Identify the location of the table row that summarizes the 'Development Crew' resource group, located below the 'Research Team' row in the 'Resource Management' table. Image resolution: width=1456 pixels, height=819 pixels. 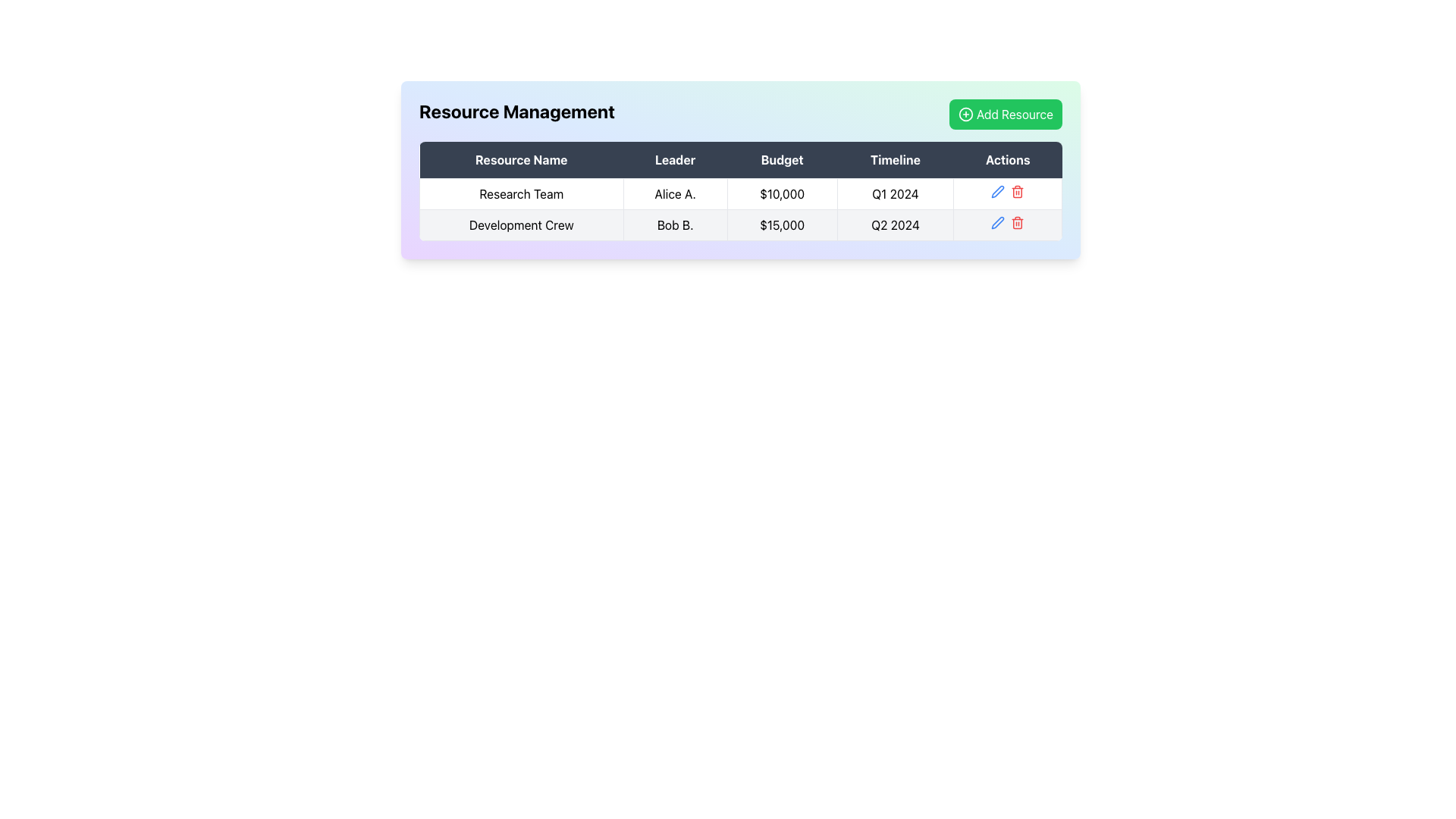
(741, 225).